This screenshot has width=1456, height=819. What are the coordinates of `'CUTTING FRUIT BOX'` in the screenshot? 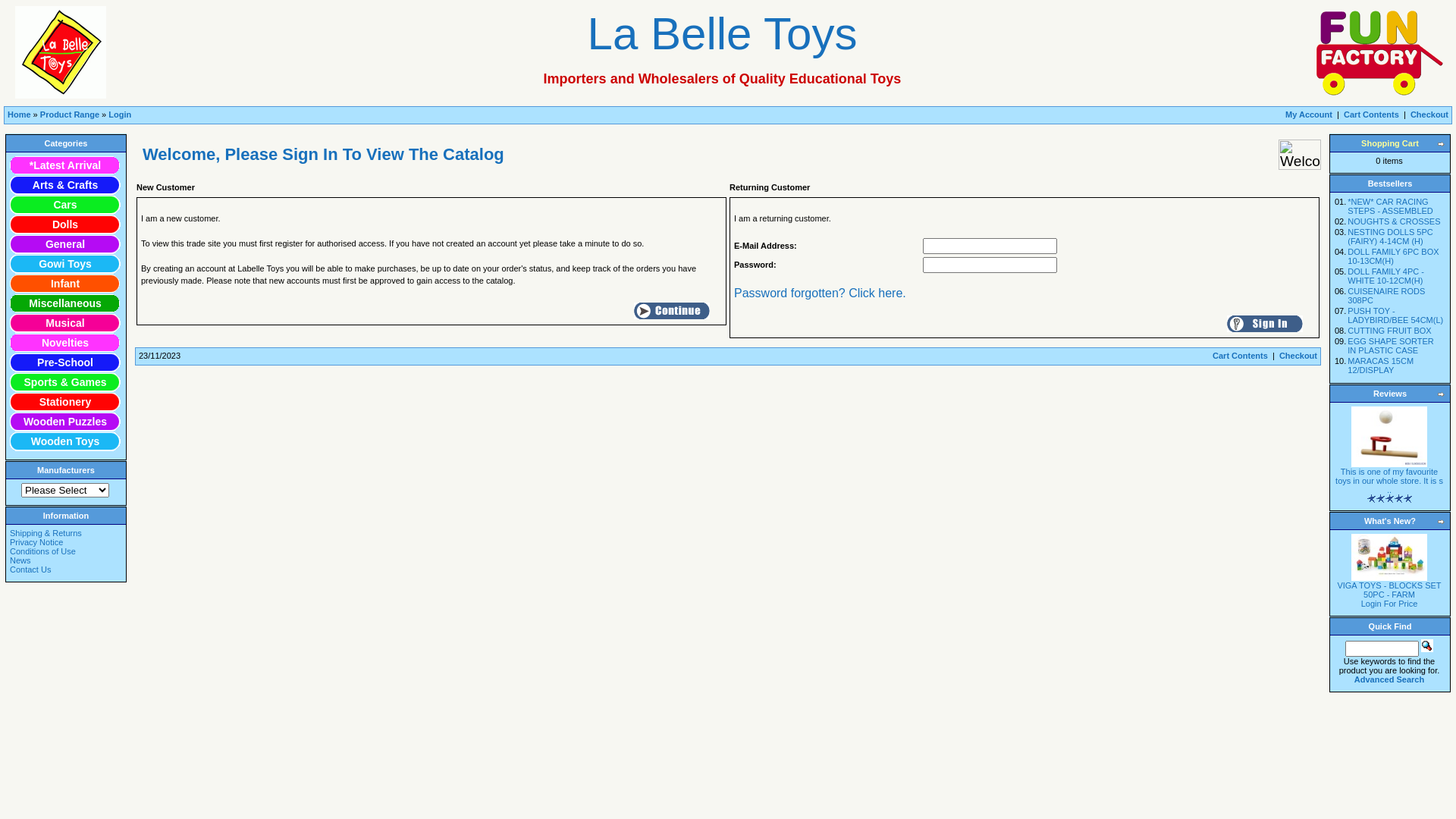 It's located at (1389, 329).